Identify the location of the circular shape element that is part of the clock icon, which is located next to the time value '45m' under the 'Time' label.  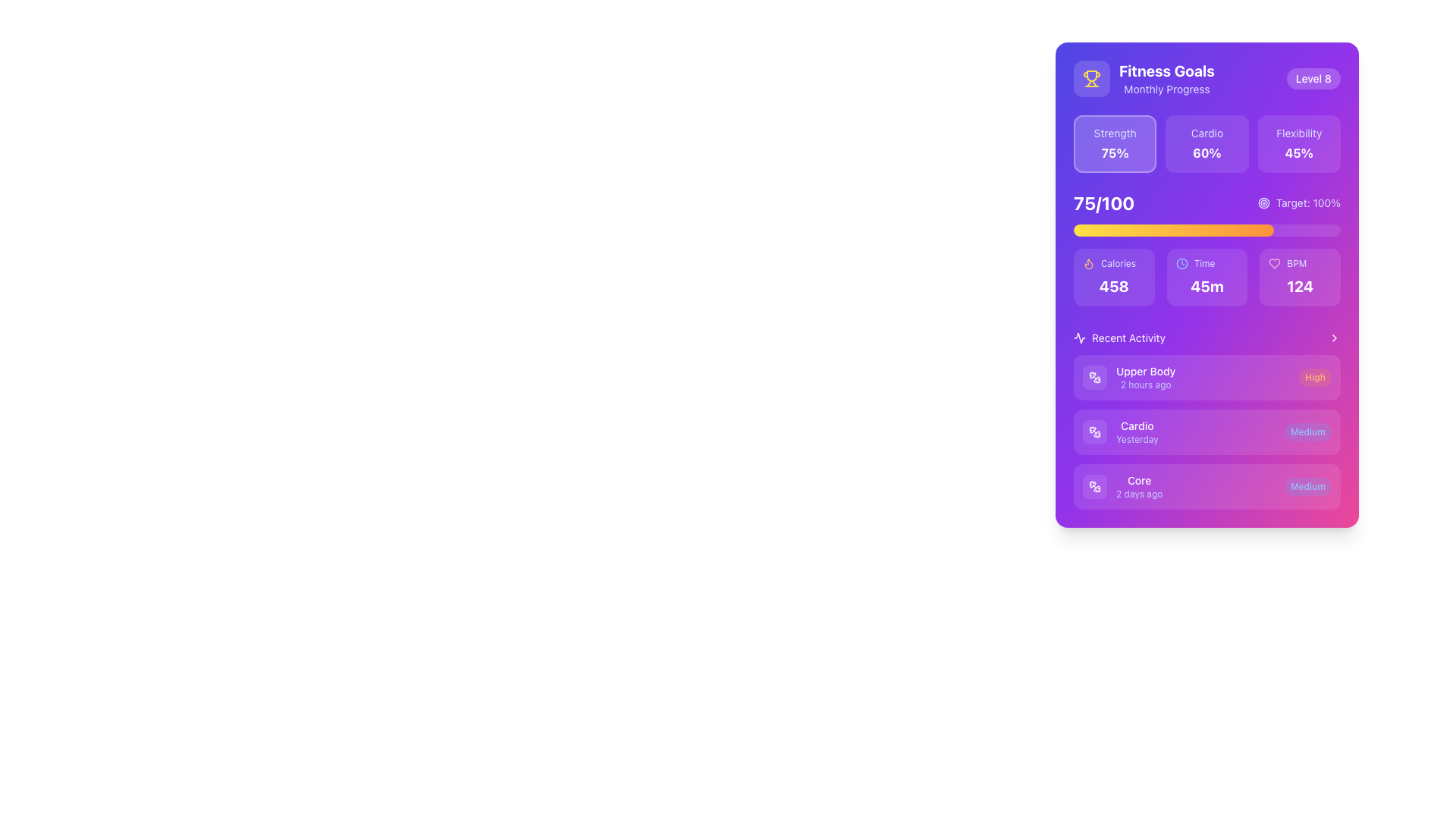
(1181, 262).